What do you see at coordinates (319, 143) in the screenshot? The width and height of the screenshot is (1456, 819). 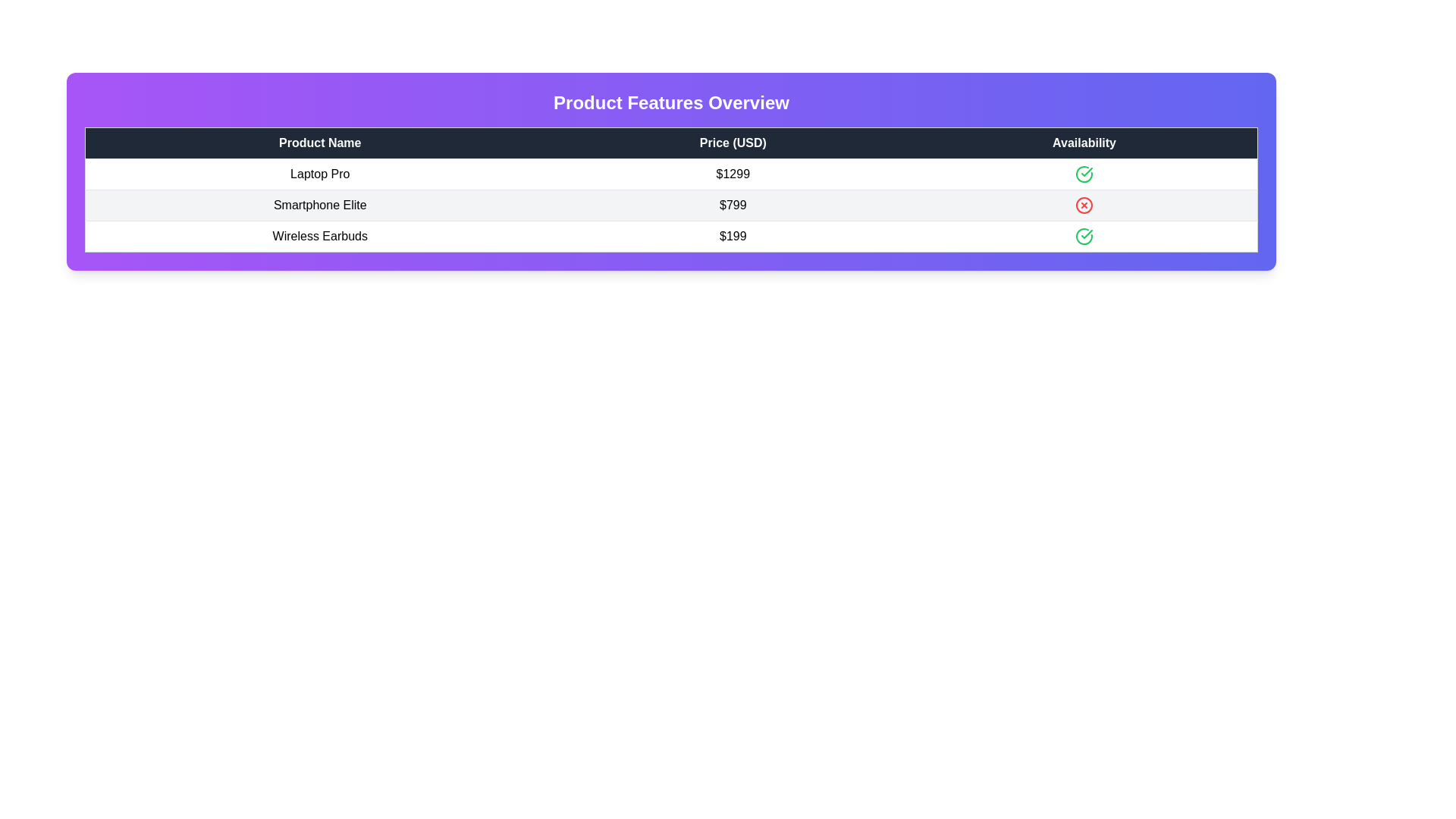 I see `first header cell of the table that lists product names, located at the top-left of the table, to view more details` at bounding box center [319, 143].